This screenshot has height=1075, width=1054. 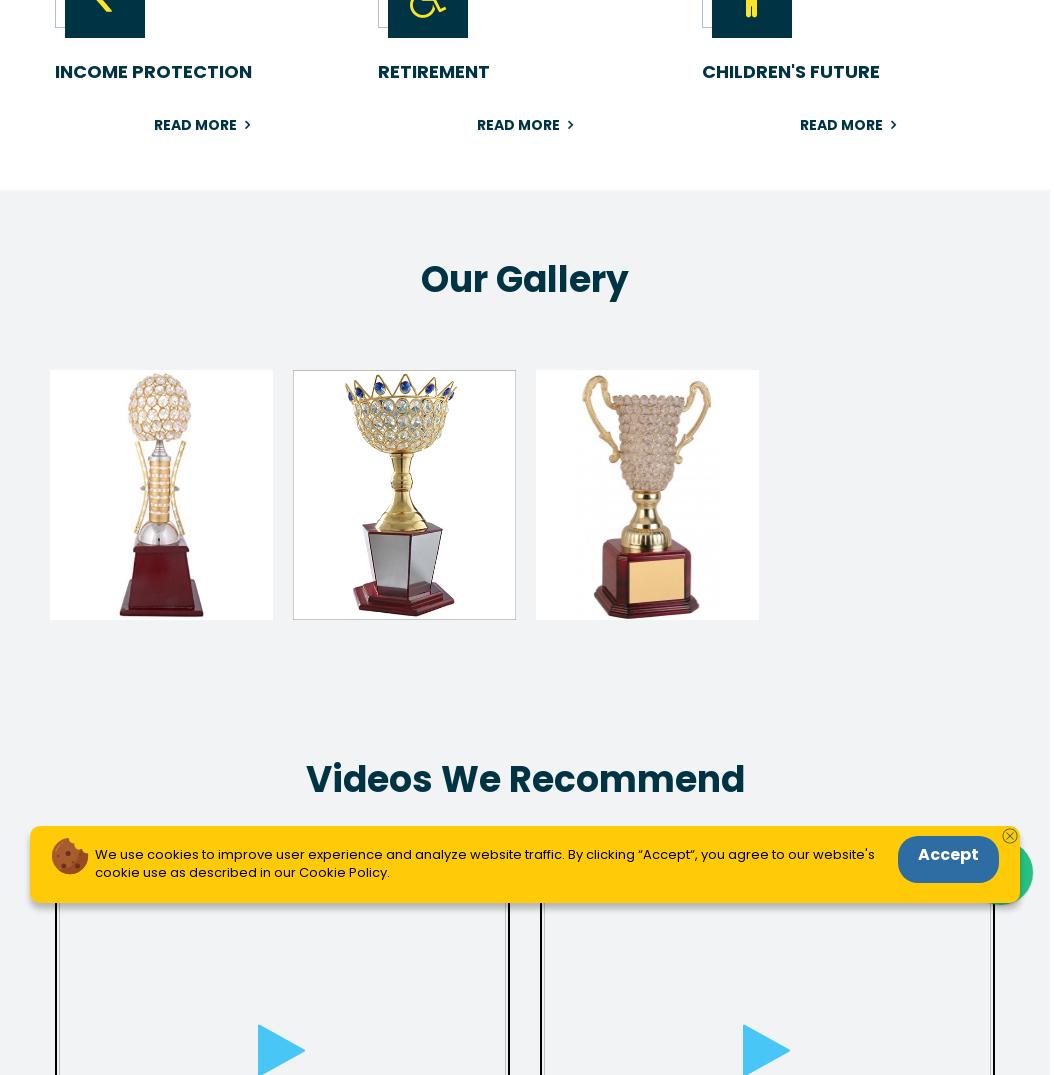 What do you see at coordinates (93, 863) in the screenshot?
I see `'We use cookies to improve user experience and analyze website traffic. By clicking “Accept“, you agree to our website's cookie use as described in our Cookie Policy.'` at bounding box center [93, 863].